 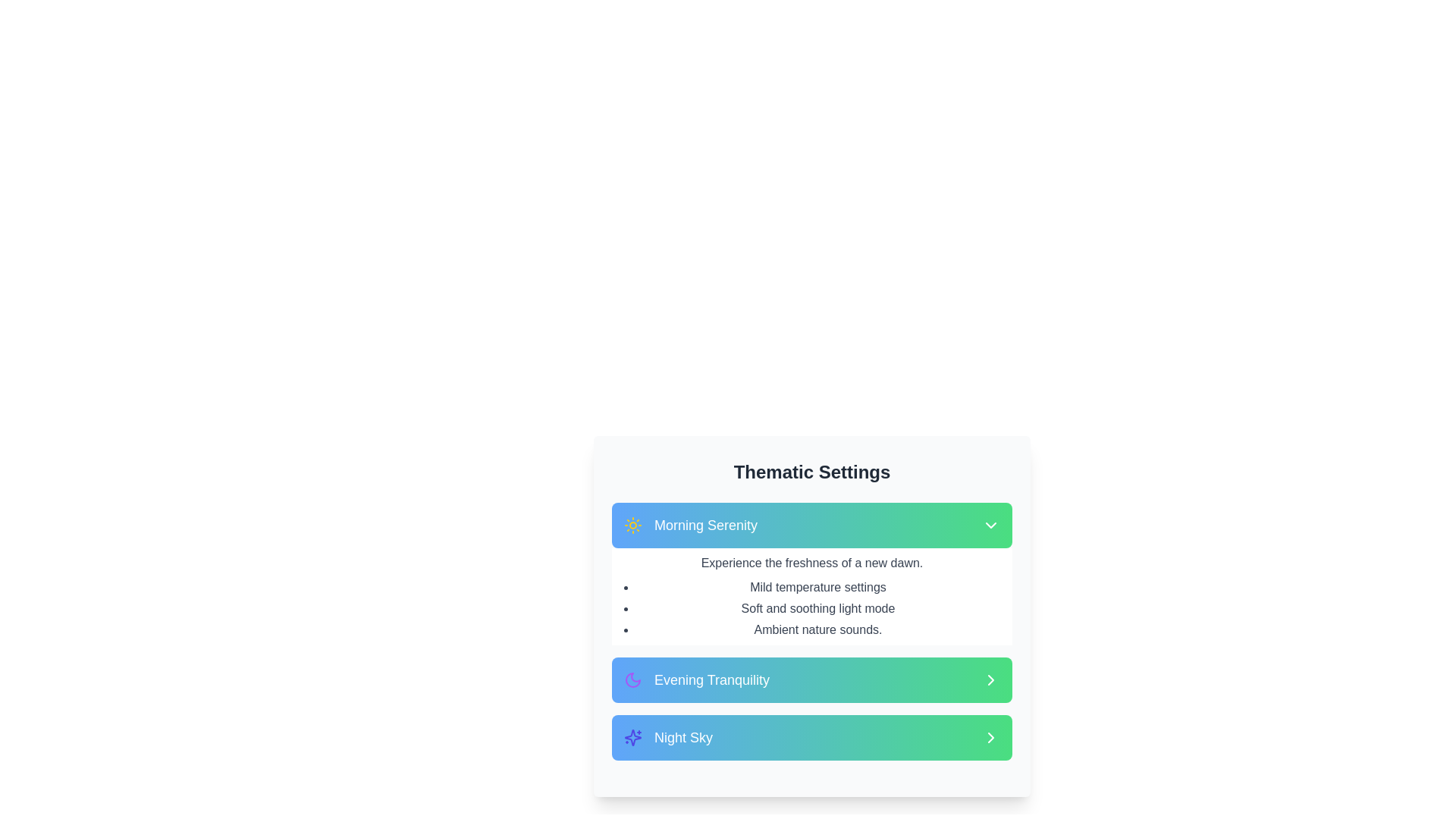 What do you see at coordinates (811, 563) in the screenshot?
I see `the text element displaying 'Experience the freshness of a new dawn.' located beneath the 'Morning Serenity' header` at bounding box center [811, 563].